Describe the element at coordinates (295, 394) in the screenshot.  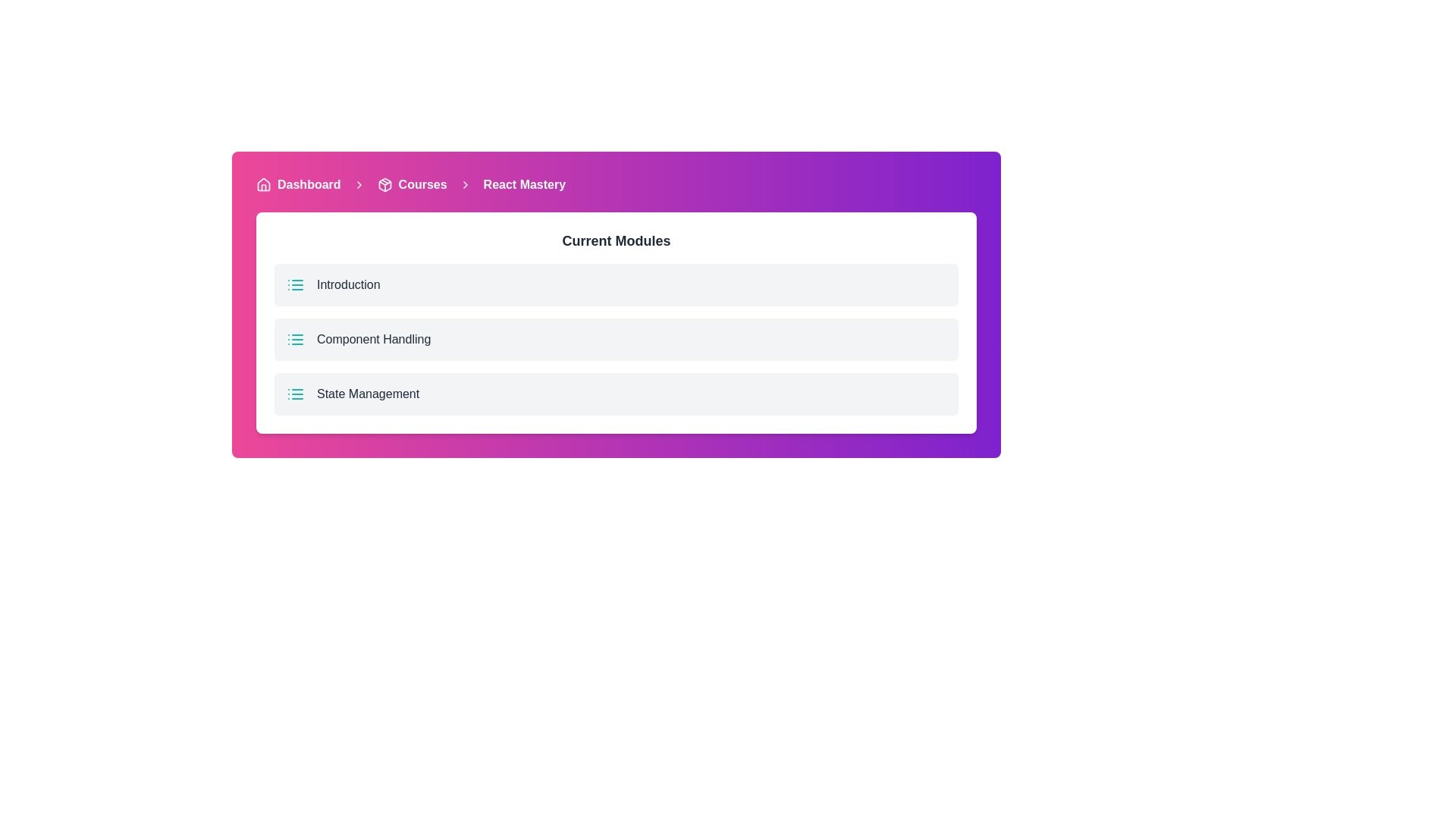
I see `the 'State Management' icon, which is a horizontally aligned list icon with three teal lines and three dots on the left, located to the far left of the text 'State Management'` at that location.